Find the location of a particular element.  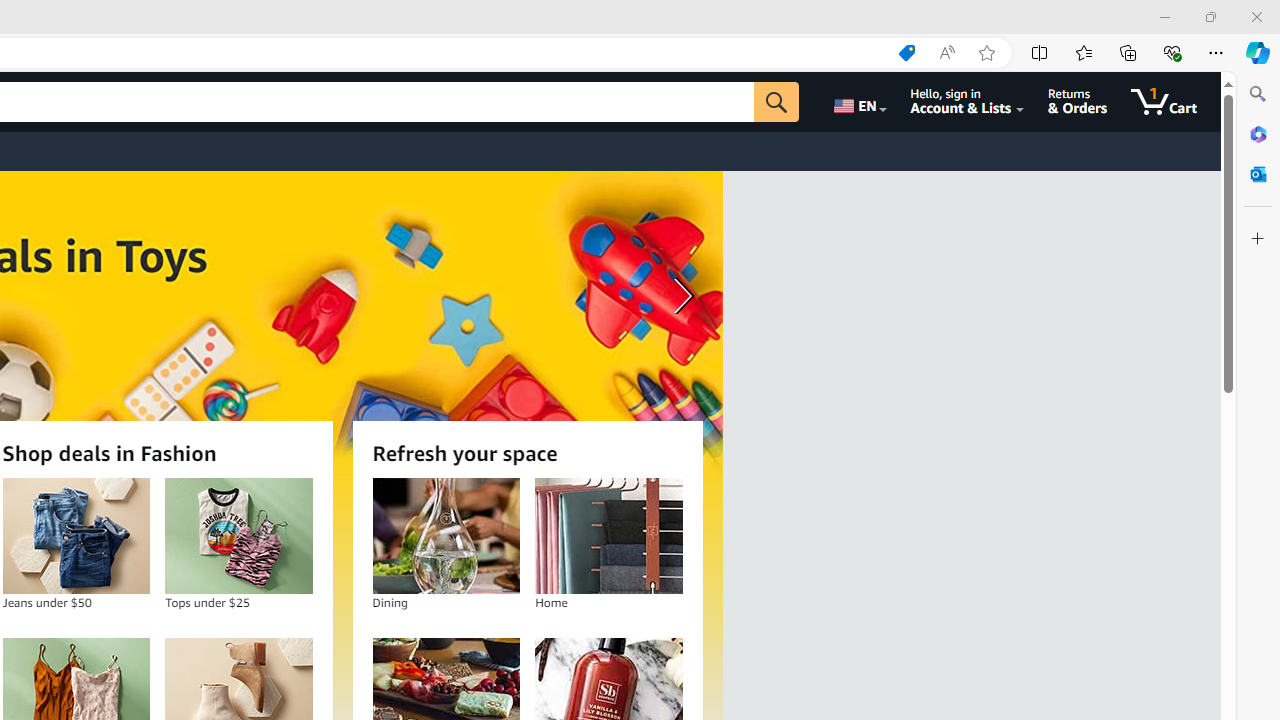

'Tops under $25' is located at coordinates (238, 535).